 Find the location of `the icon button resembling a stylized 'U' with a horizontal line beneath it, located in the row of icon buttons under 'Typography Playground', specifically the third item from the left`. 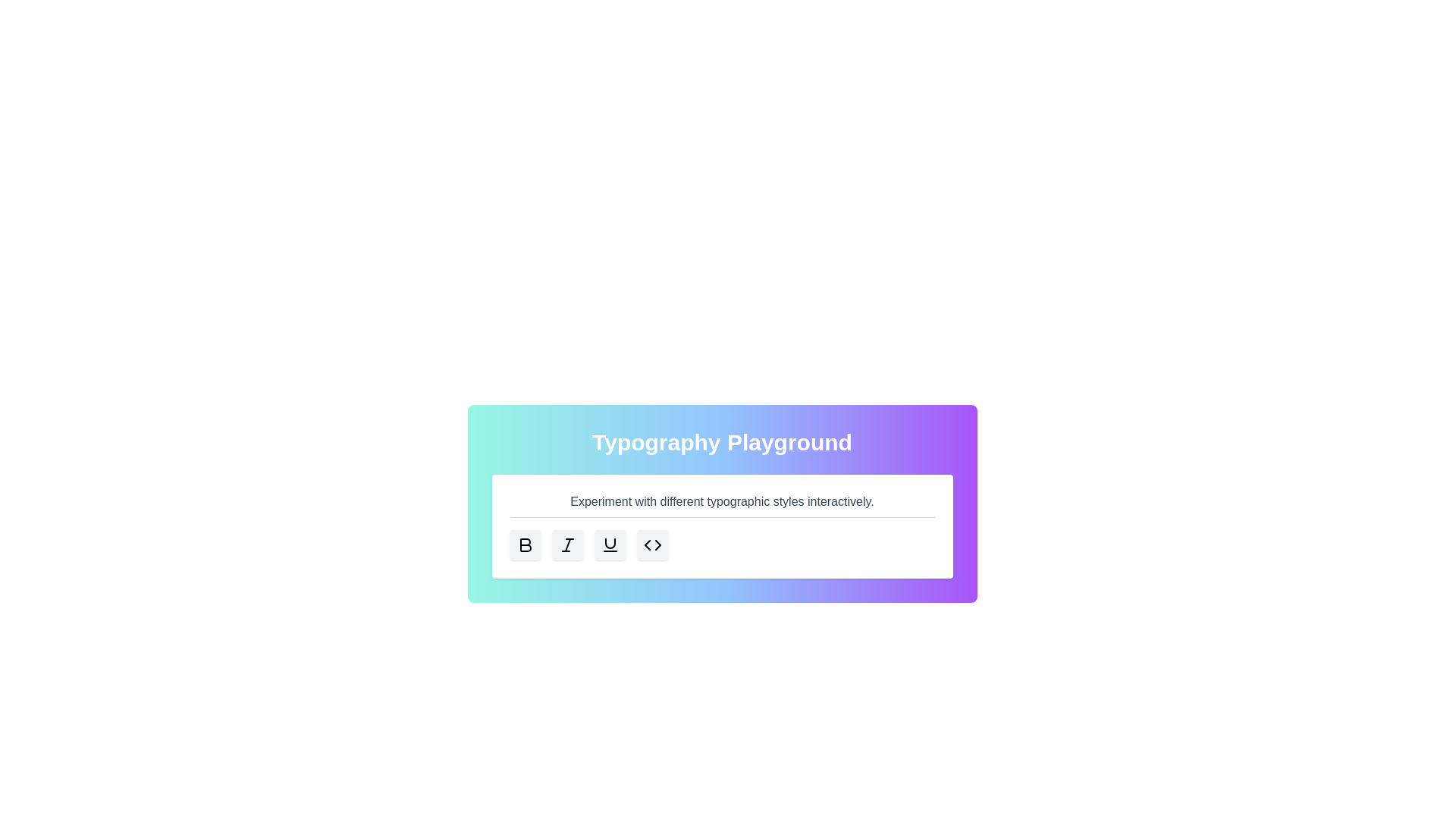

the icon button resembling a stylized 'U' with a horizontal line beneath it, located in the row of icon buttons under 'Typography Playground', specifically the third item from the left is located at coordinates (610, 544).